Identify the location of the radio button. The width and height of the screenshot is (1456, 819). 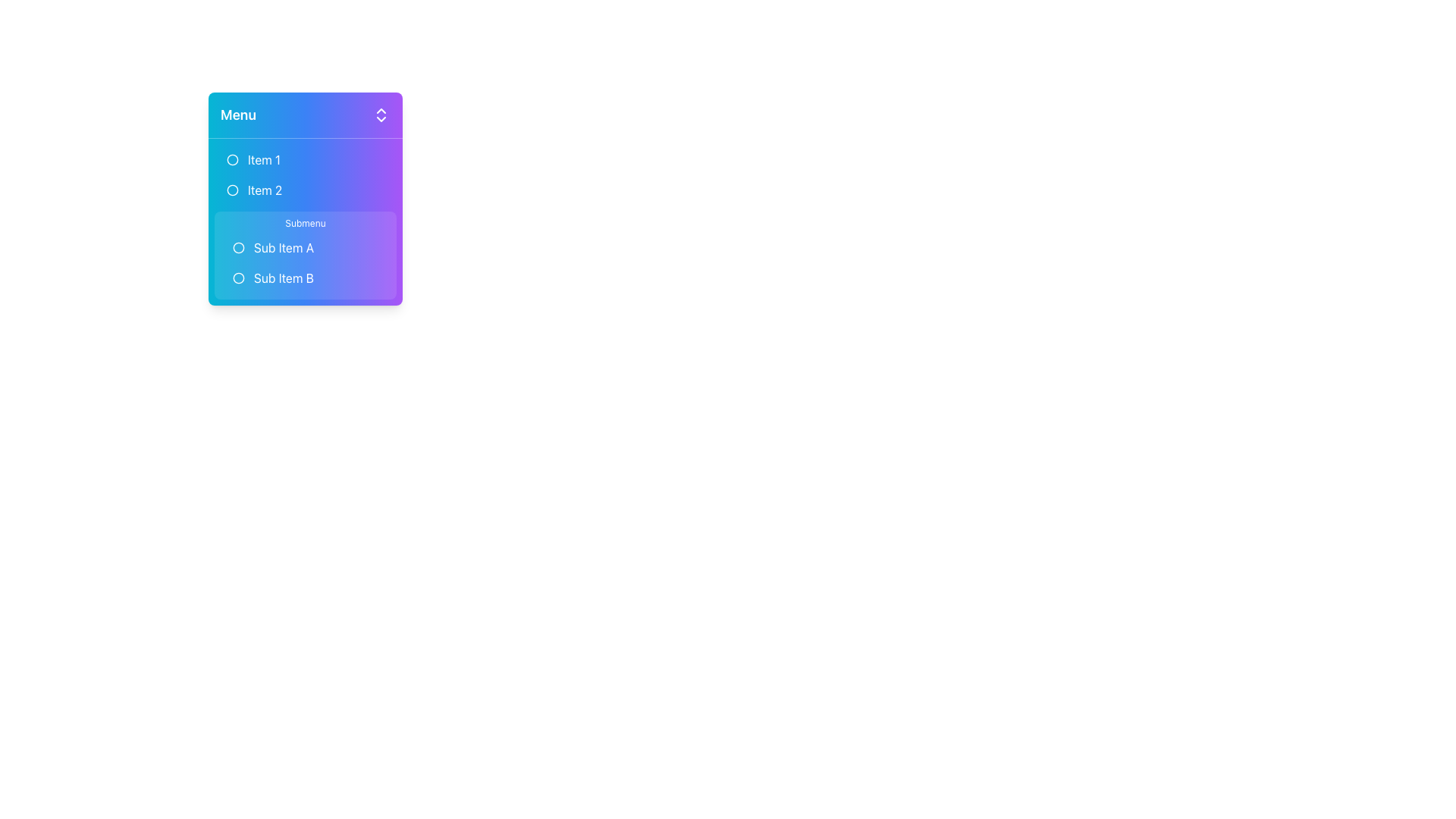
(232, 189).